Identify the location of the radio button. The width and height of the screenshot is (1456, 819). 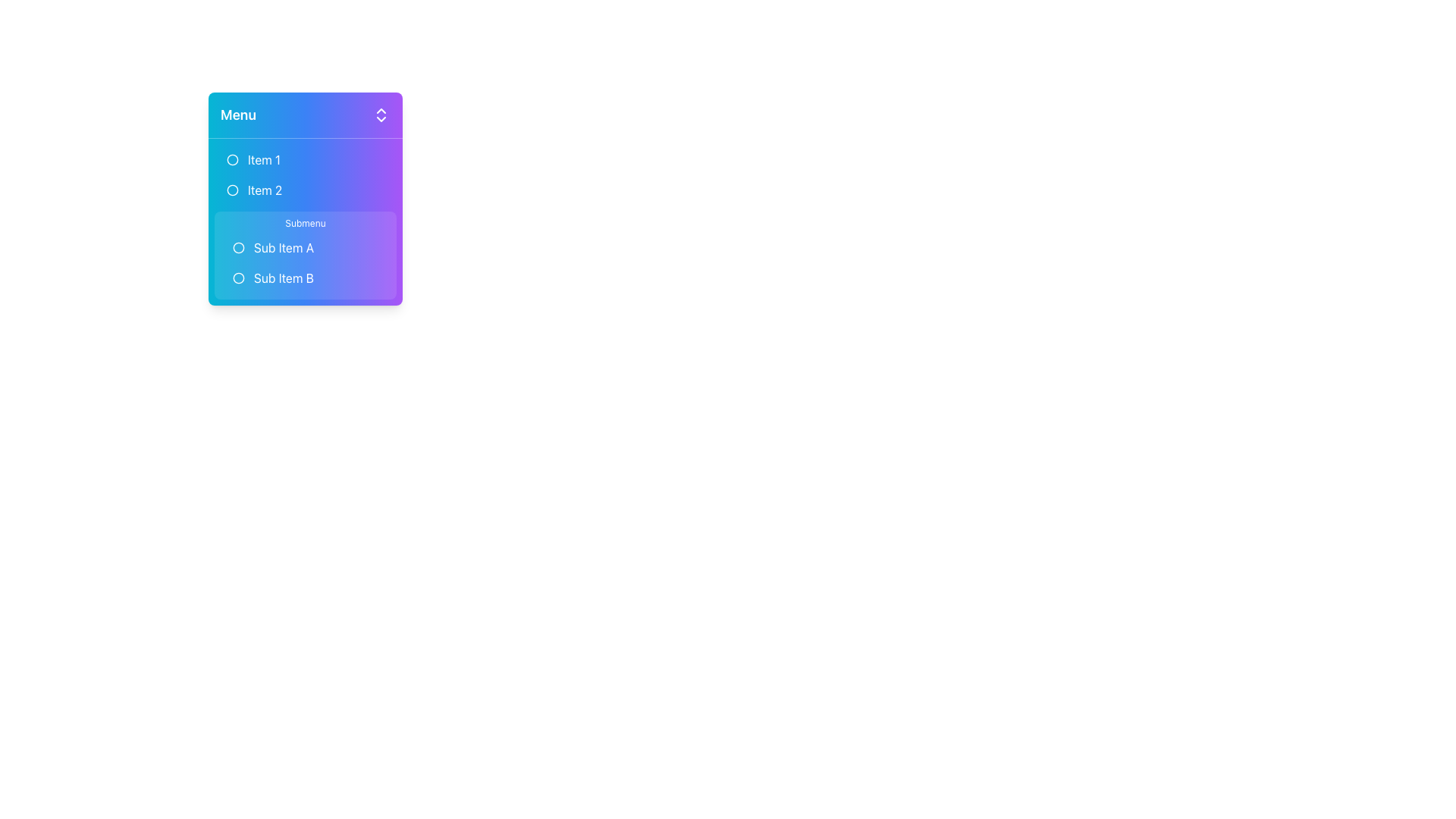
(232, 189).